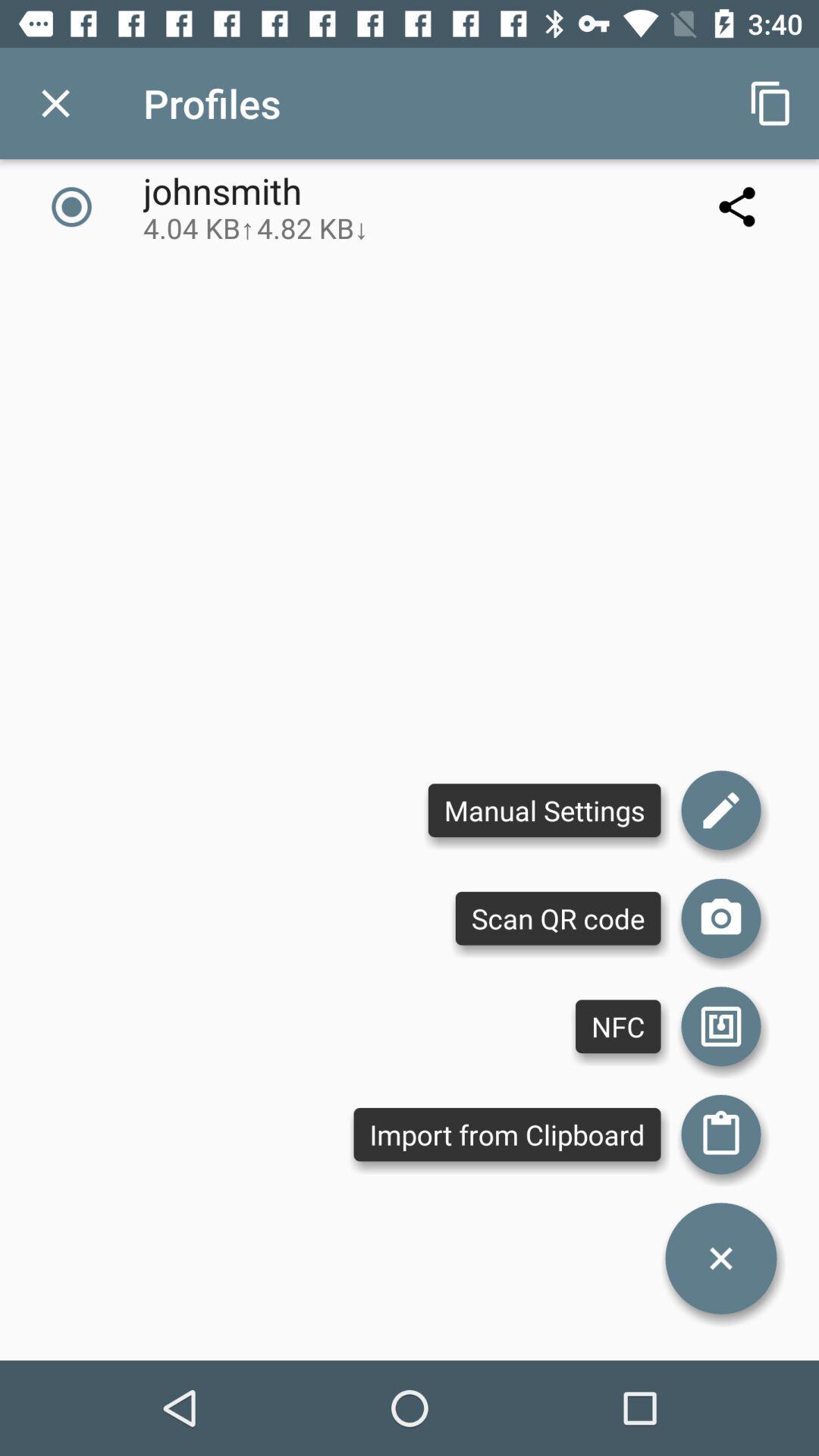 This screenshot has width=819, height=1456. I want to click on item next to manual settings, so click(720, 918).